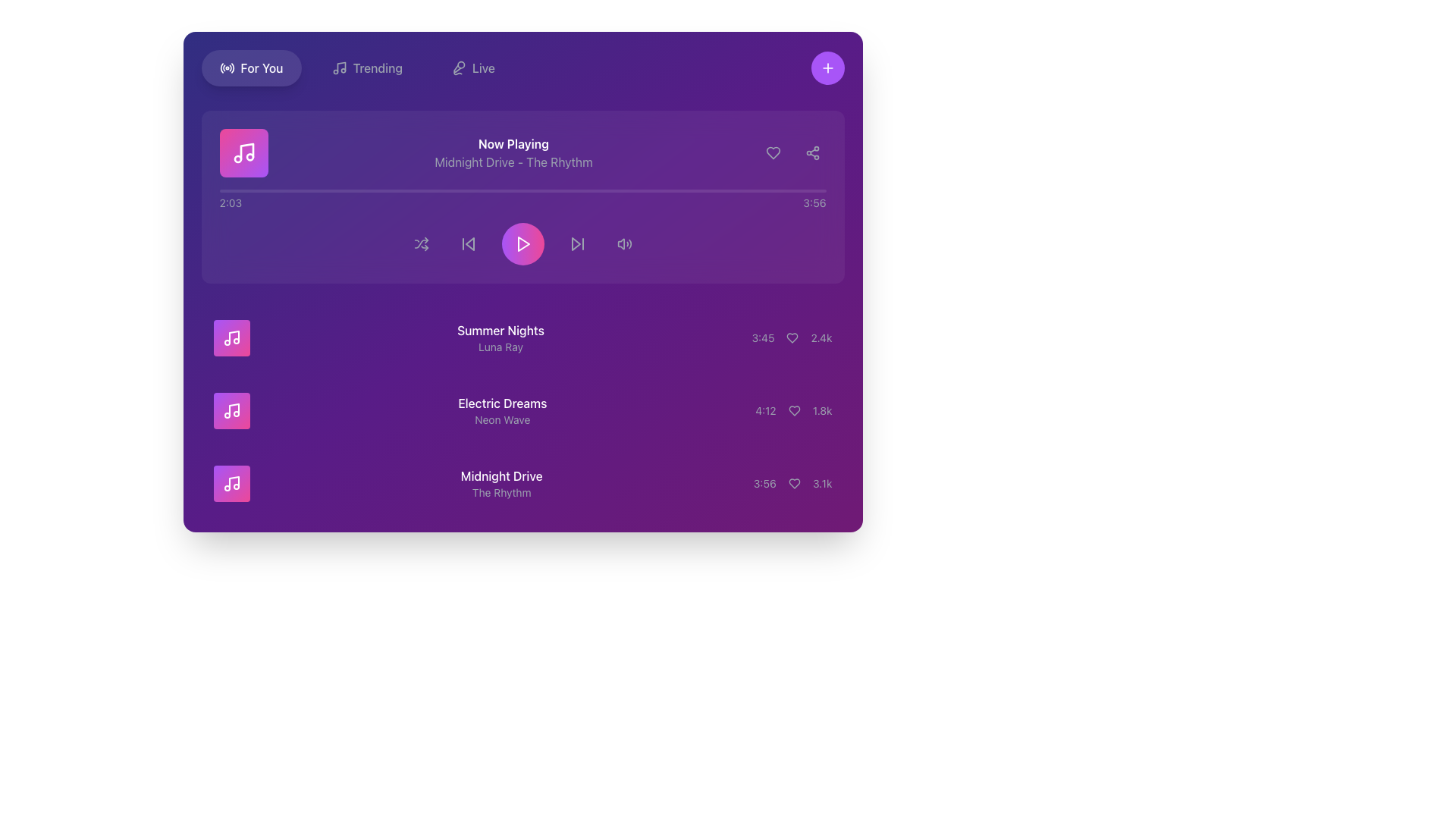 Image resolution: width=1456 pixels, height=819 pixels. What do you see at coordinates (811, 152) in the screenshot?
I see `the circular button with a sharing icon, located at the top-right corner of the music playing interface` at bounding box center [811, 152].